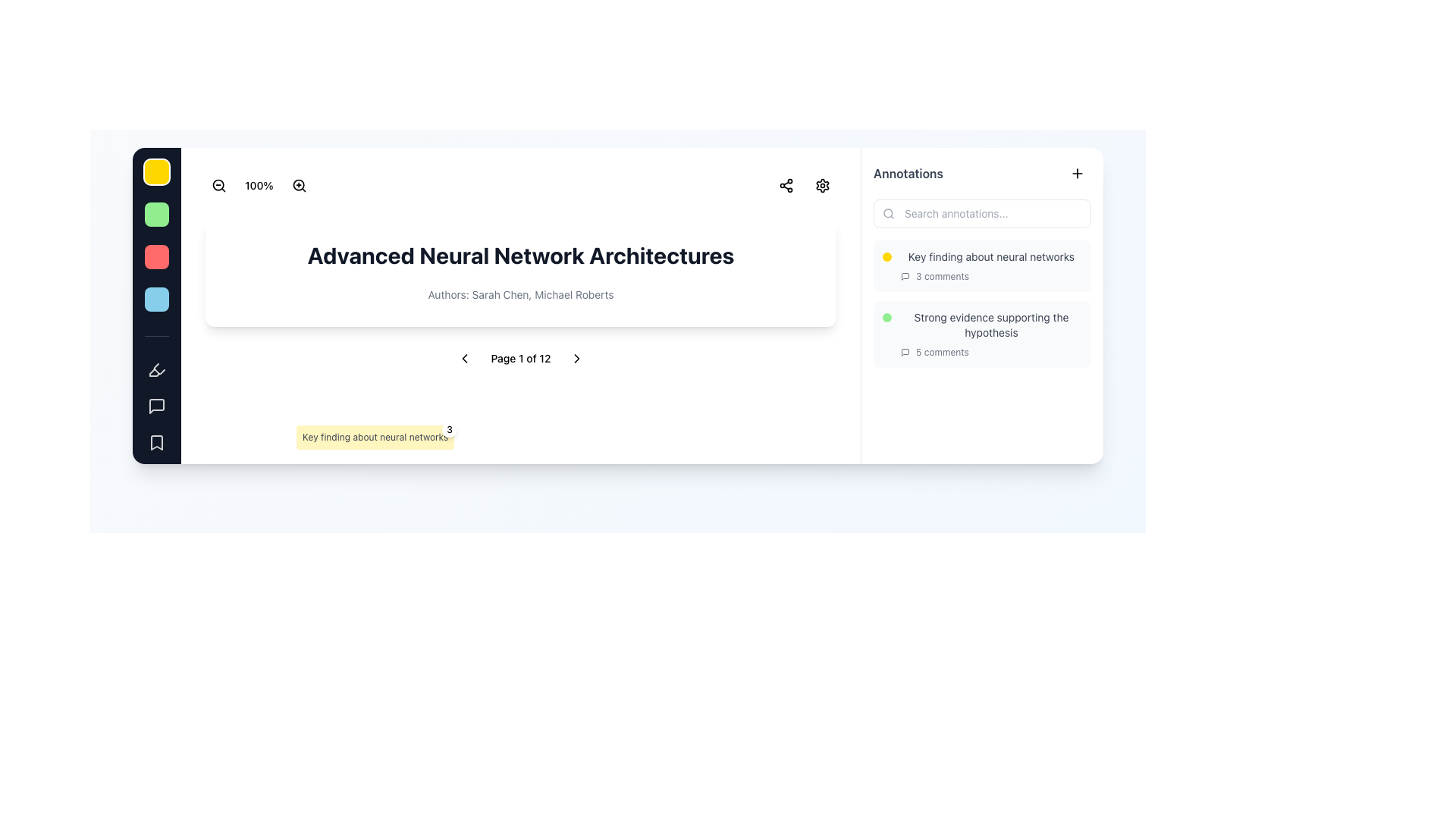  I want to click on the red circular button located in the third slot of a vertical column, positioned between a green and a light blue button, so click(156, 256).